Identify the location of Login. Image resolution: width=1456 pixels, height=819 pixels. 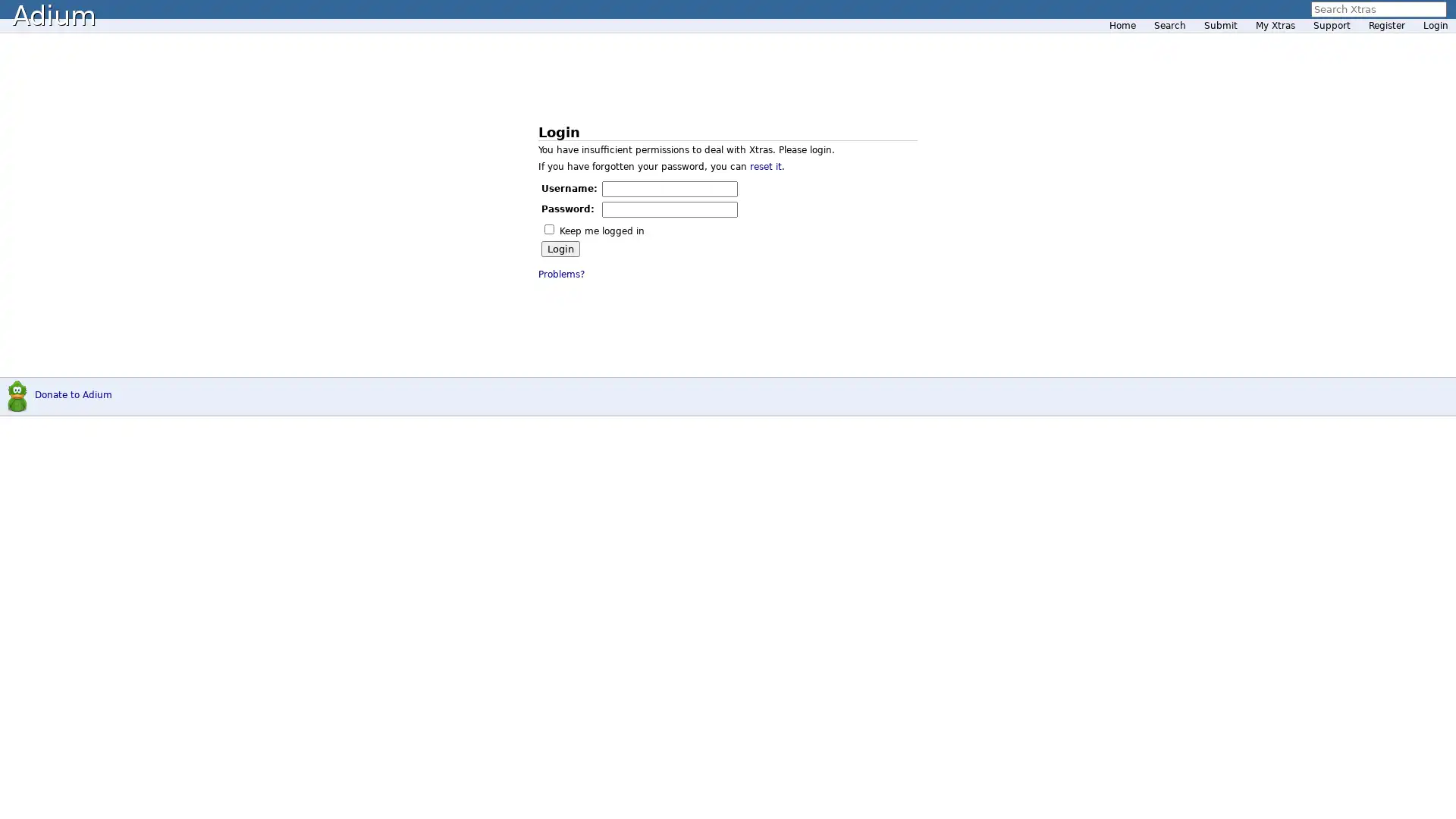
(560, 247).